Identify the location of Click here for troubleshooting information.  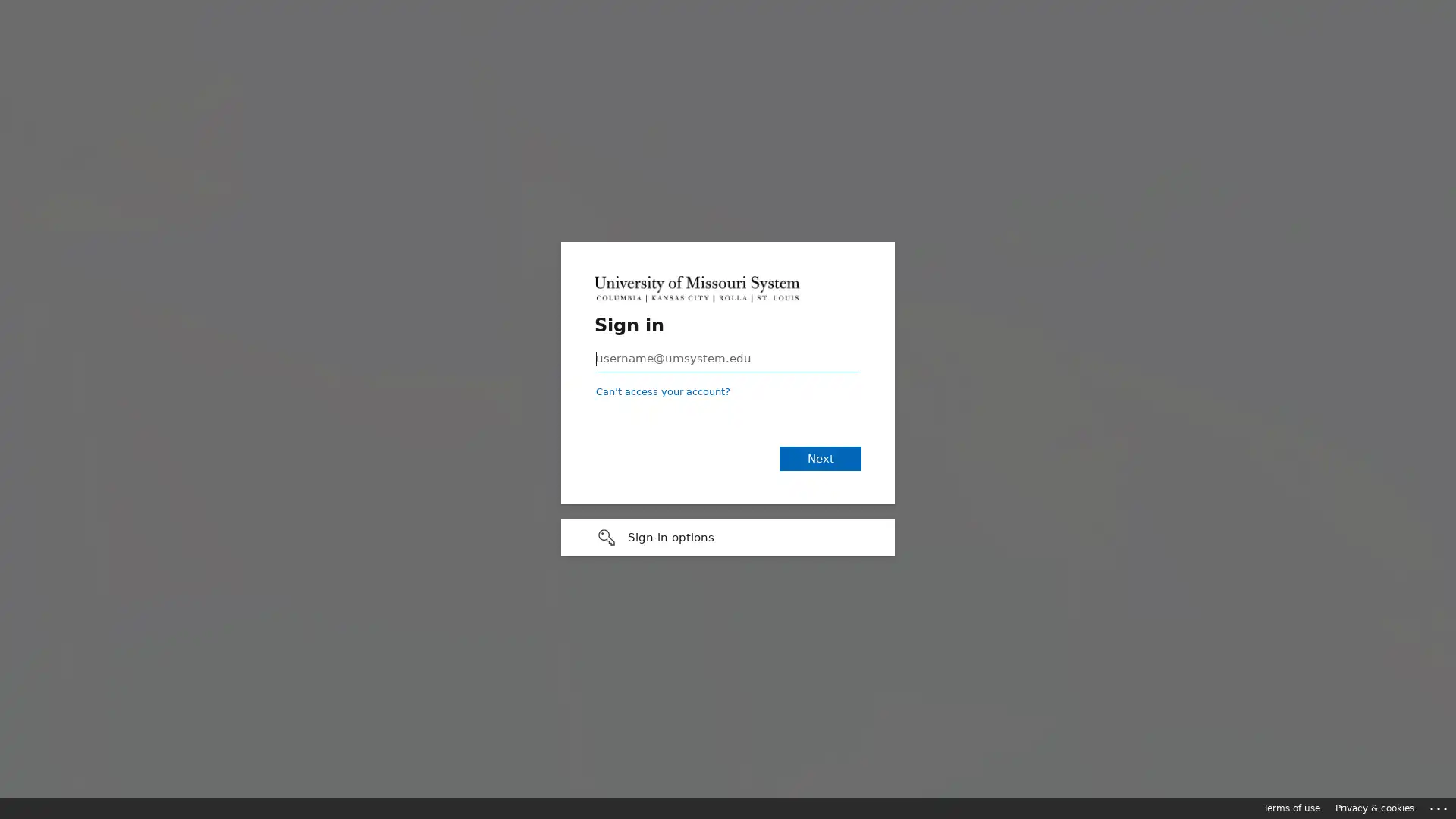
(1439, 805).